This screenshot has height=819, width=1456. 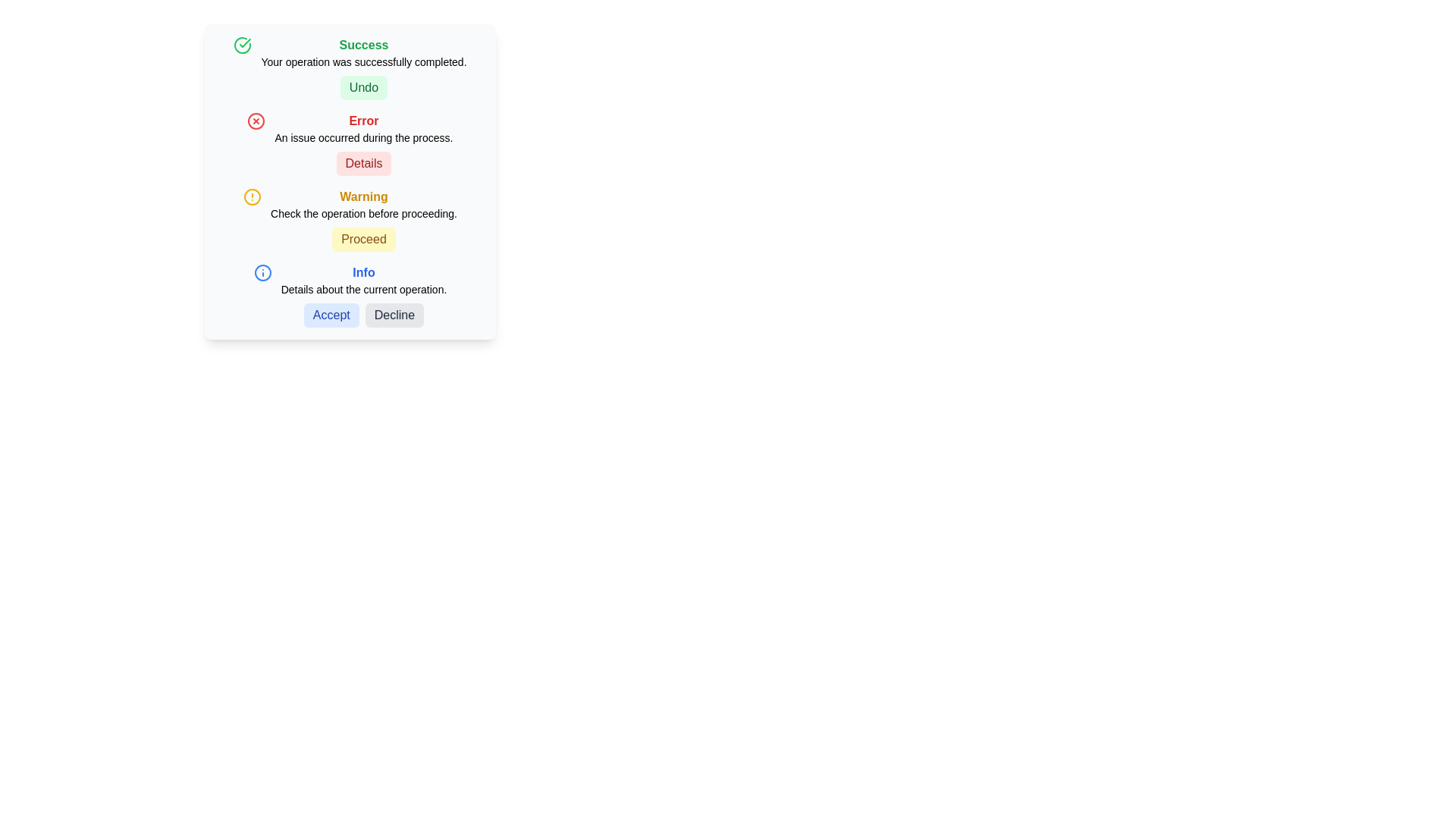 What do you see at coordinates (364, 239) in the screenshot?
I see `the confirmatory button located below the warning message to proceed with the operation` at bounding box center [364, 239].